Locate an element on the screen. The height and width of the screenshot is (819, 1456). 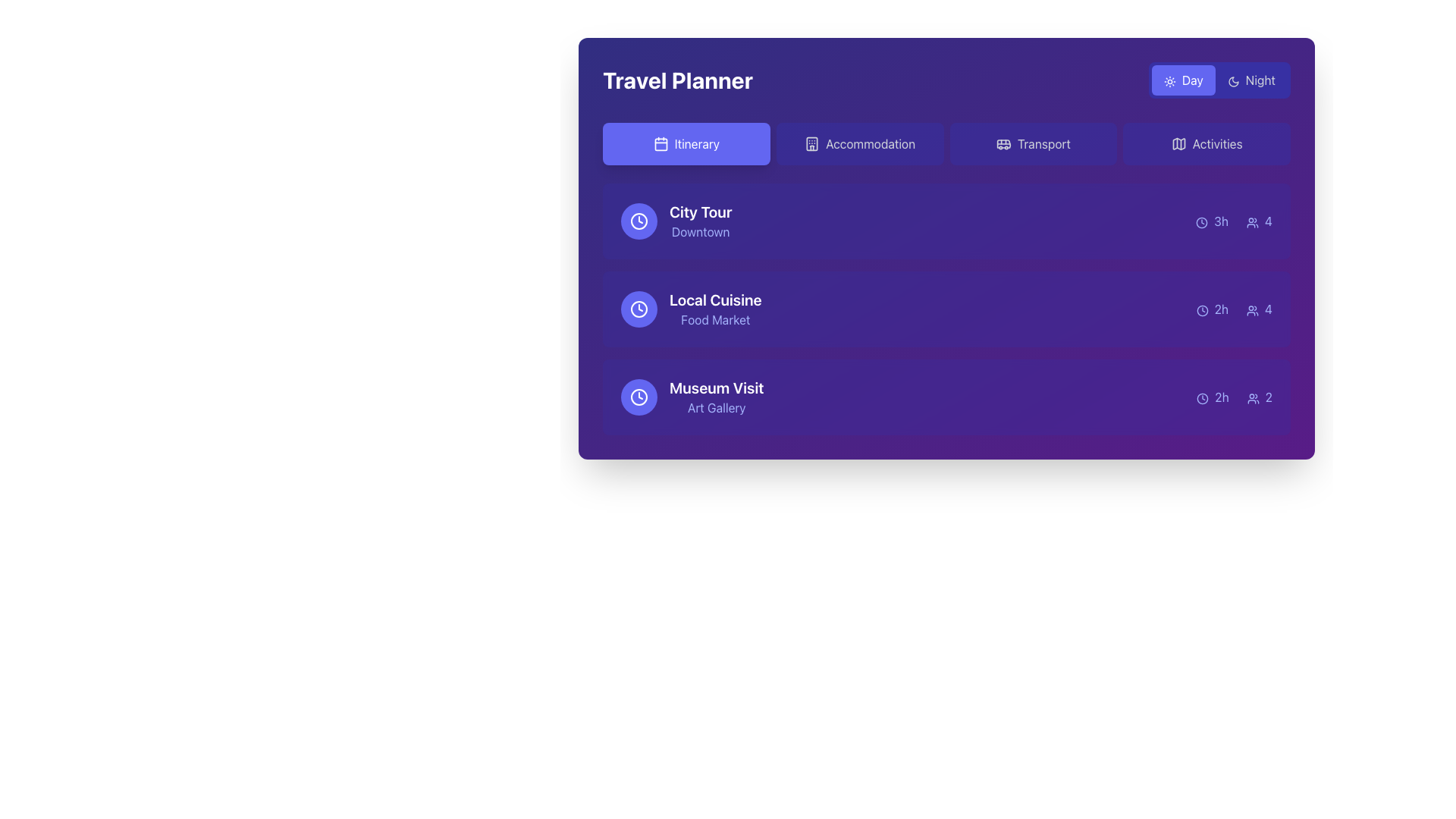
the moon-shaped icon with a thin outline, which is part of the 'Night' button in the top-right corner of the main interface is located at coordinates (1233, 81).